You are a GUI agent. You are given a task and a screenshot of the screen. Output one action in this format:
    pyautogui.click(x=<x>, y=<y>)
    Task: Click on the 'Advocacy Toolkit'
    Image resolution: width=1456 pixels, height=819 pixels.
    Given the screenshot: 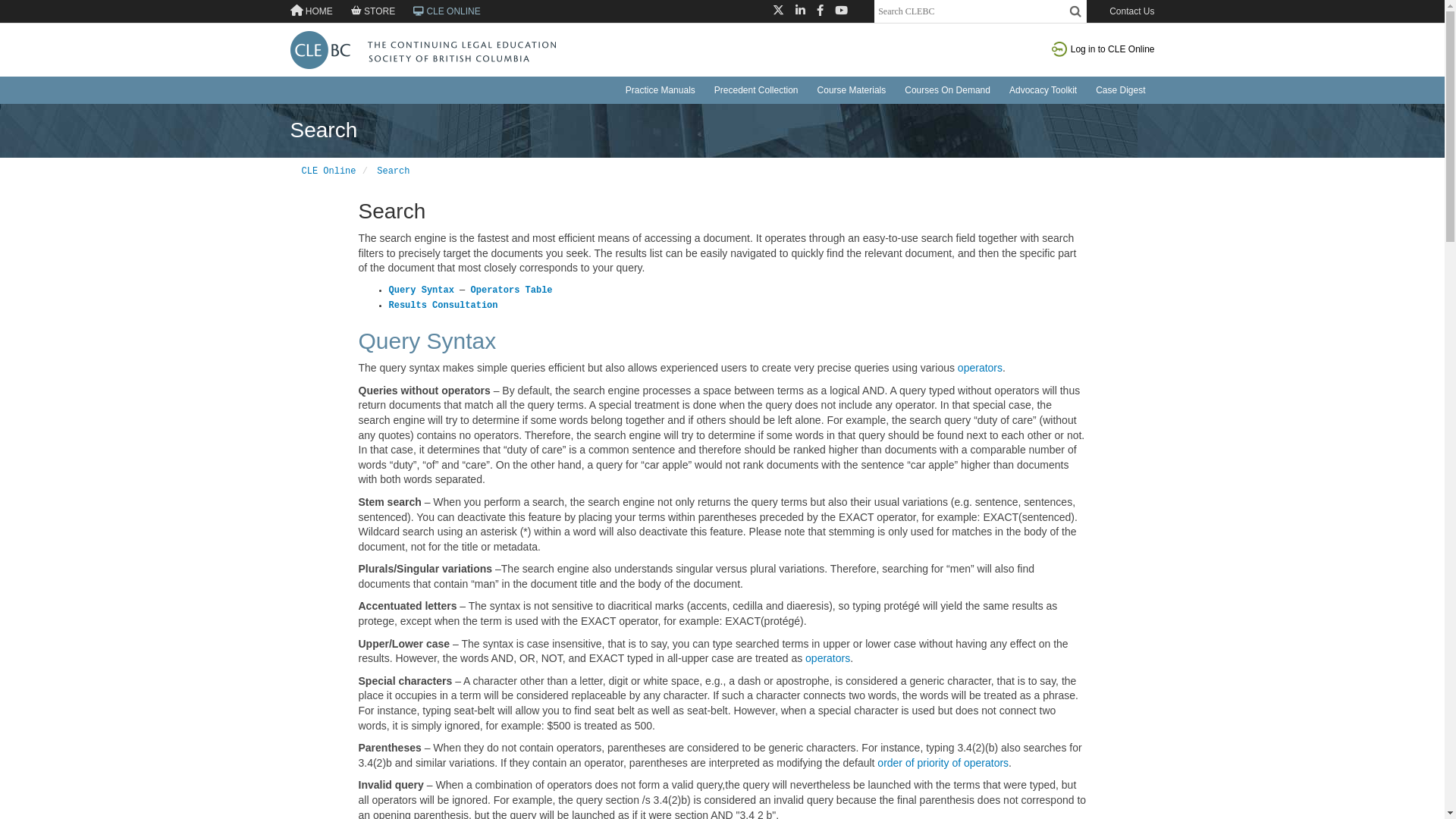 What is the action you would take?
    pyautogui.click(x=1042, y=90)
    